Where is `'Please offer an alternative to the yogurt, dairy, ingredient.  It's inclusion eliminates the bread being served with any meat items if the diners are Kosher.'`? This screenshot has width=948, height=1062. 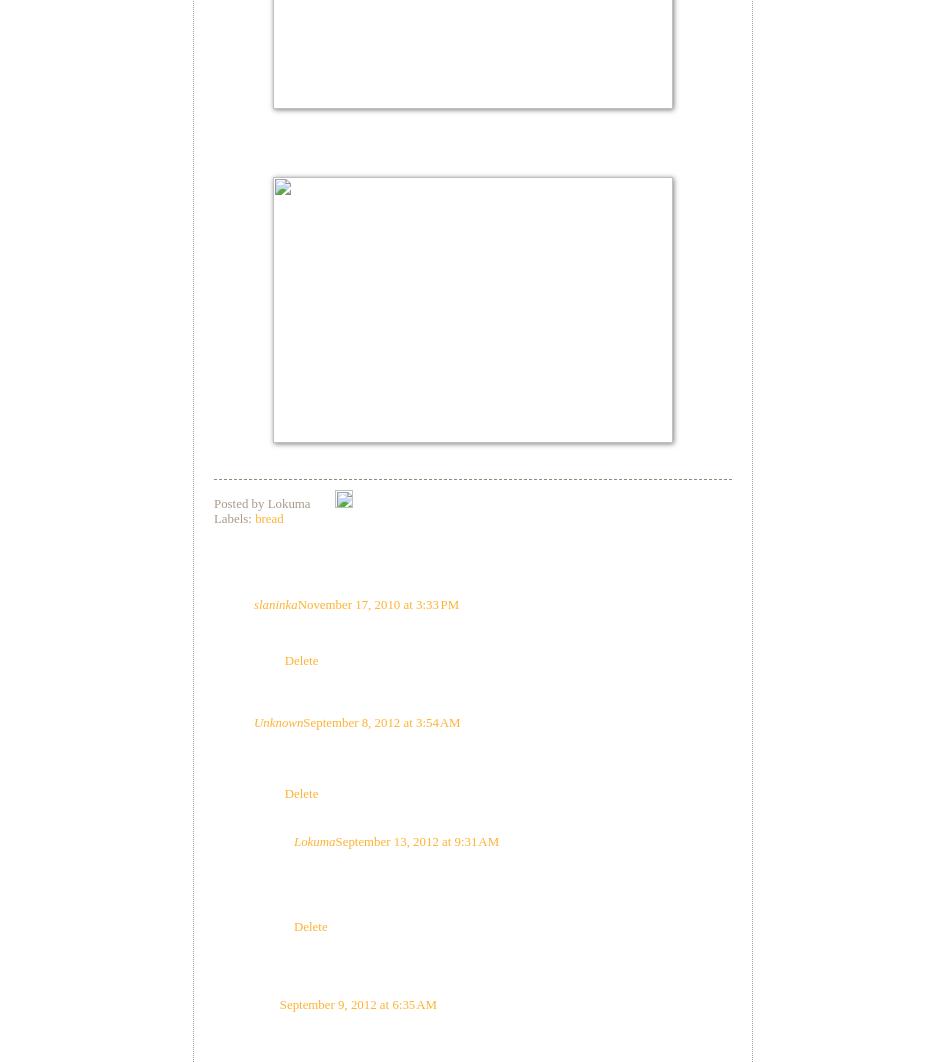
'Please offer an alternative to the yogurt, dairy, ingredient.  It's inclusion eliminates the bread being served with any meat items if the diners are Kosher.' is located at coordinates (490, 758).